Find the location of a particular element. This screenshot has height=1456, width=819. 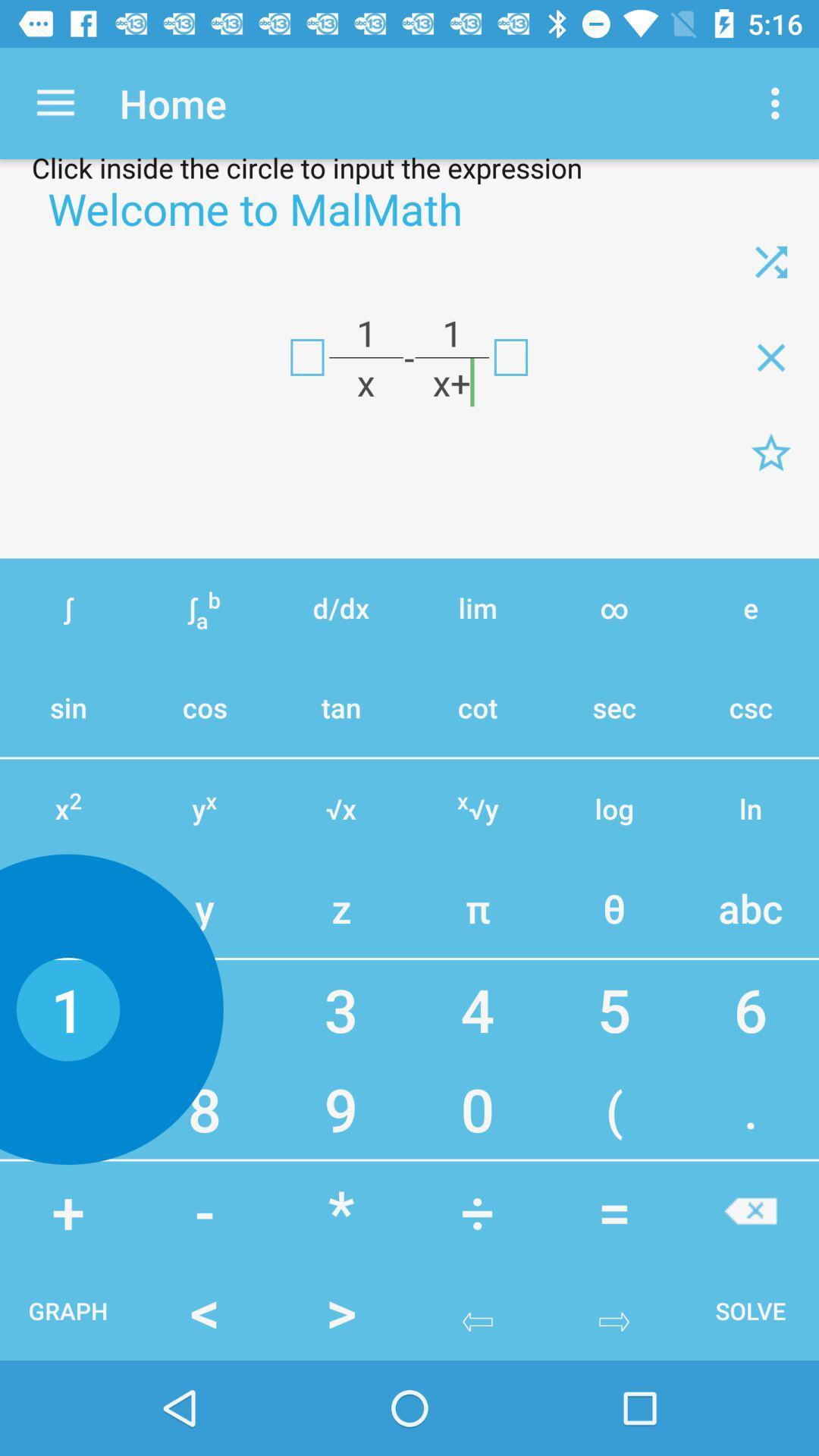

cancel all calculations is located at coordinates (771, 356).